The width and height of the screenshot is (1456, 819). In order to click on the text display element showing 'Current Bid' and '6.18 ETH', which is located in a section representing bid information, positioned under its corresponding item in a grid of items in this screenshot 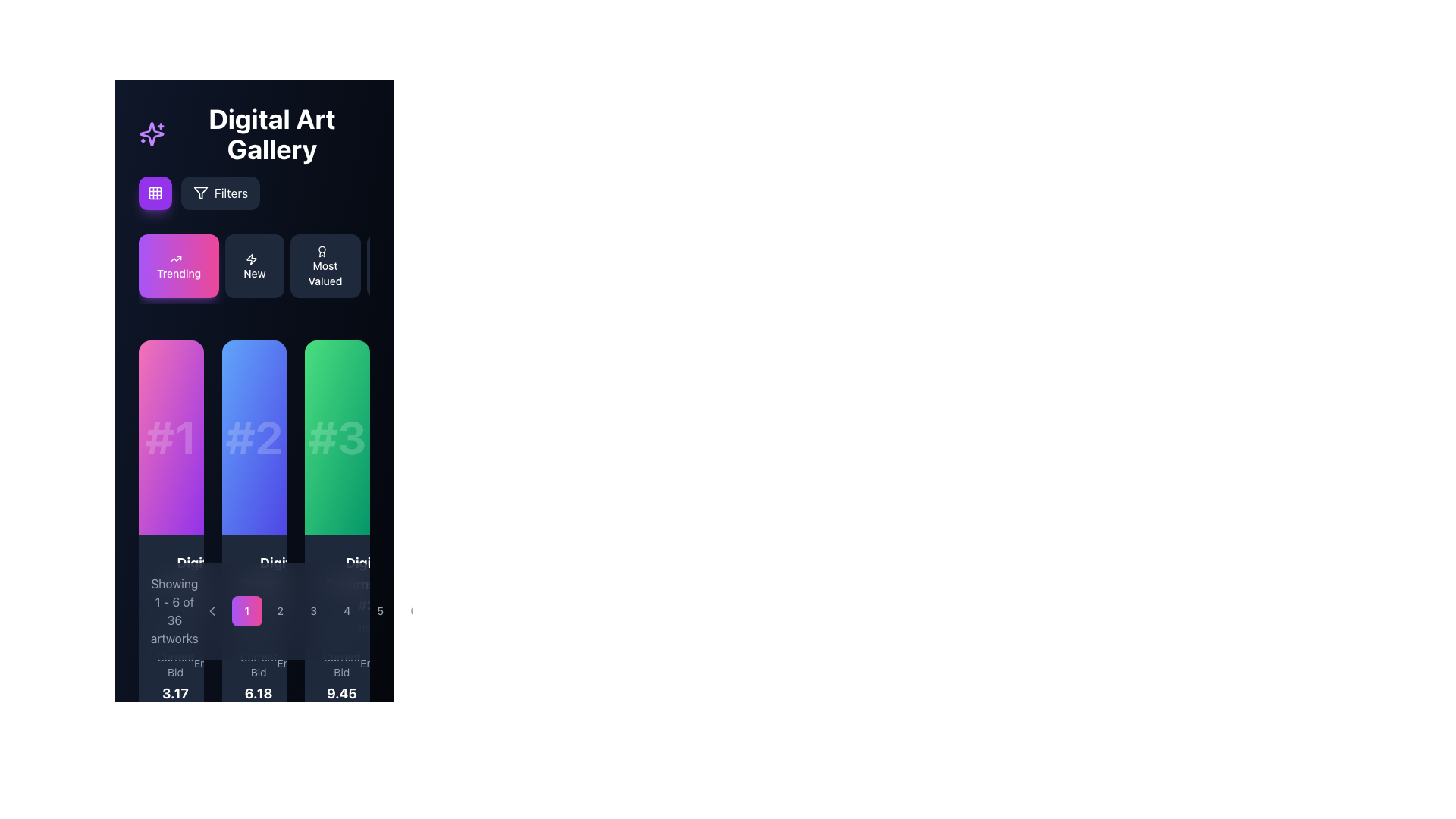, I will do `click(259, 687)`.